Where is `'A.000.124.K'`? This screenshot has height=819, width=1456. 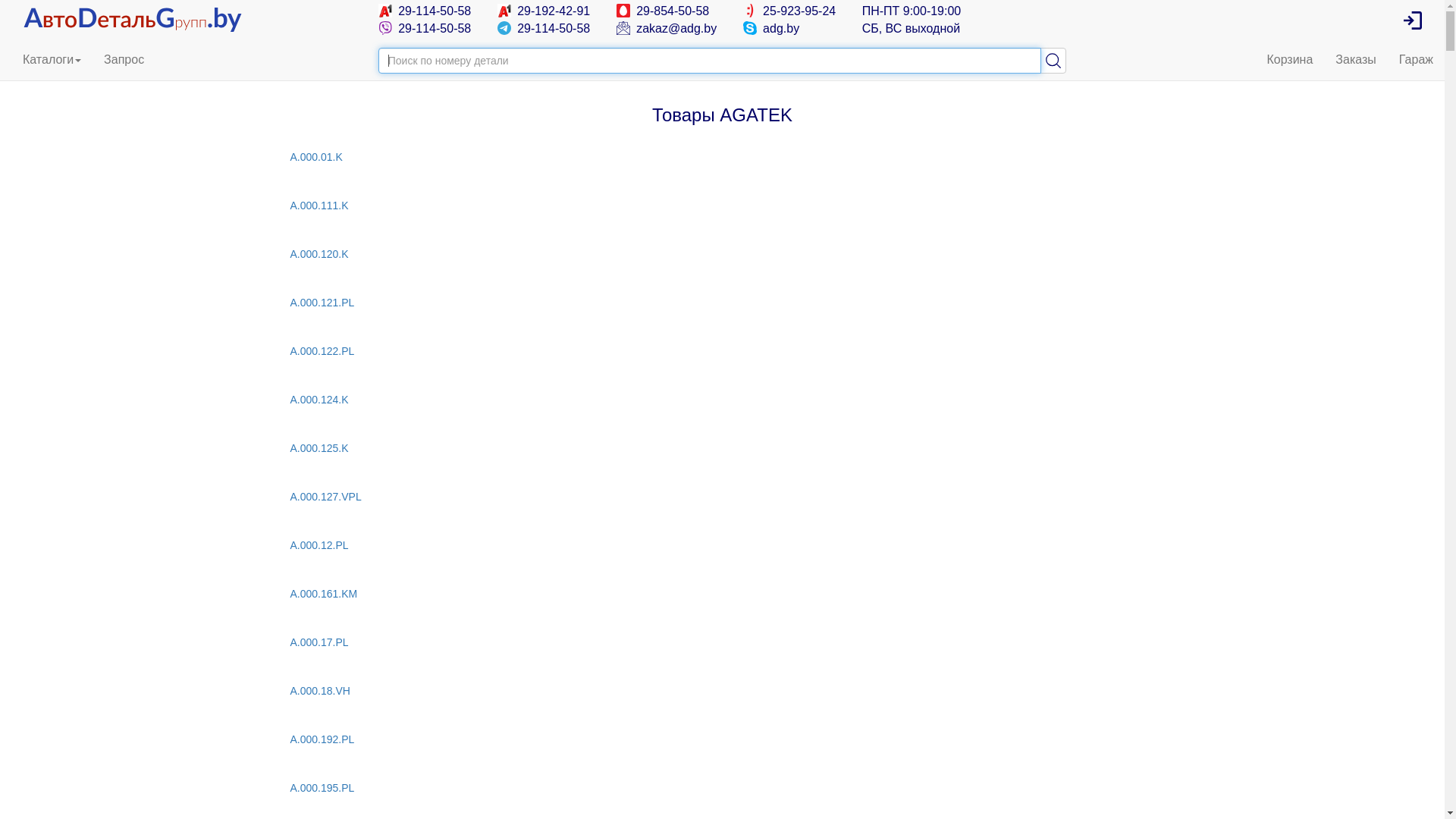 'A.000.124.K' is located at coordinates (290, 399).